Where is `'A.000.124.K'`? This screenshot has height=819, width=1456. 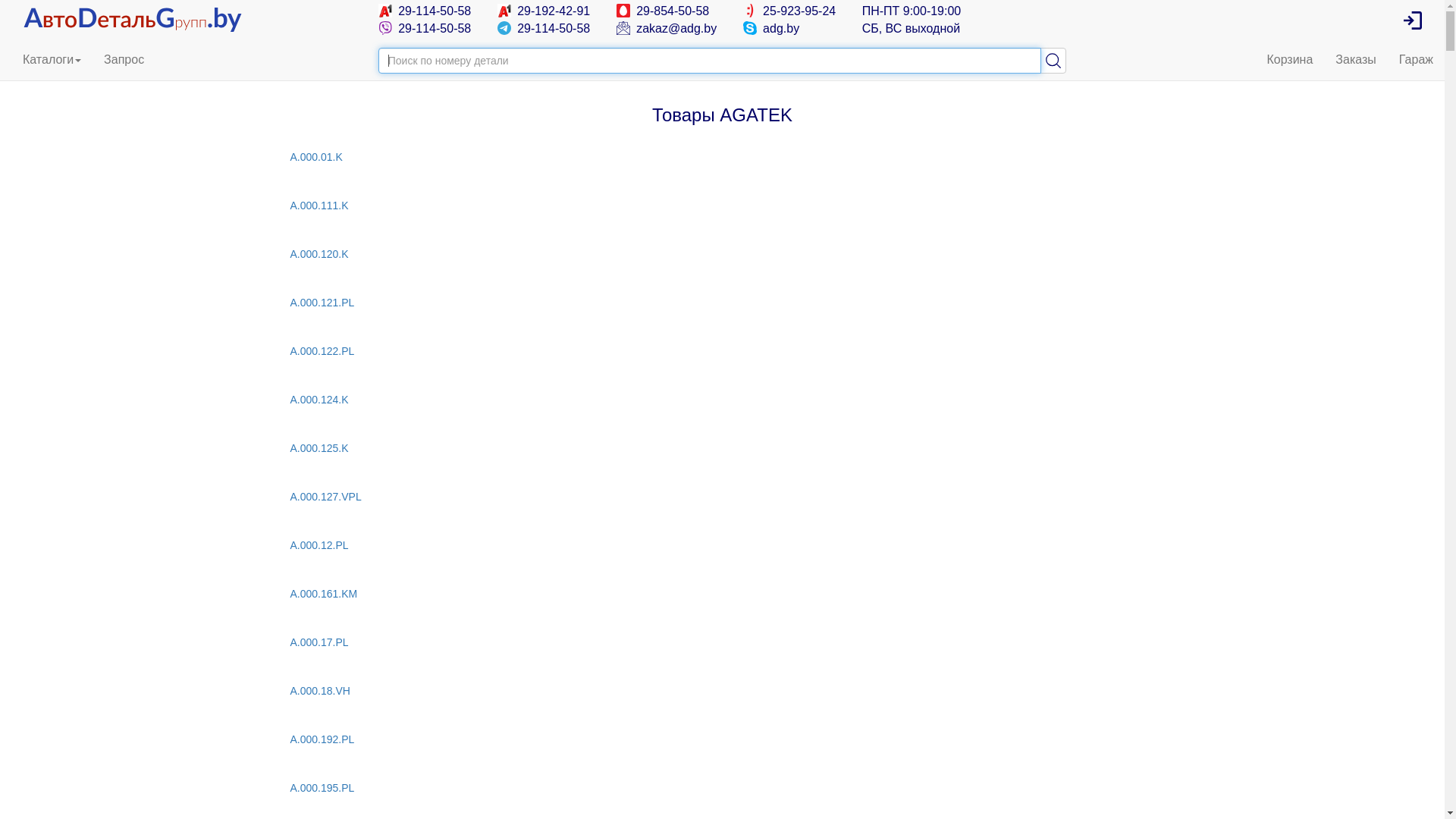 'A.000.124.K' is located at coordinates (290, 399).